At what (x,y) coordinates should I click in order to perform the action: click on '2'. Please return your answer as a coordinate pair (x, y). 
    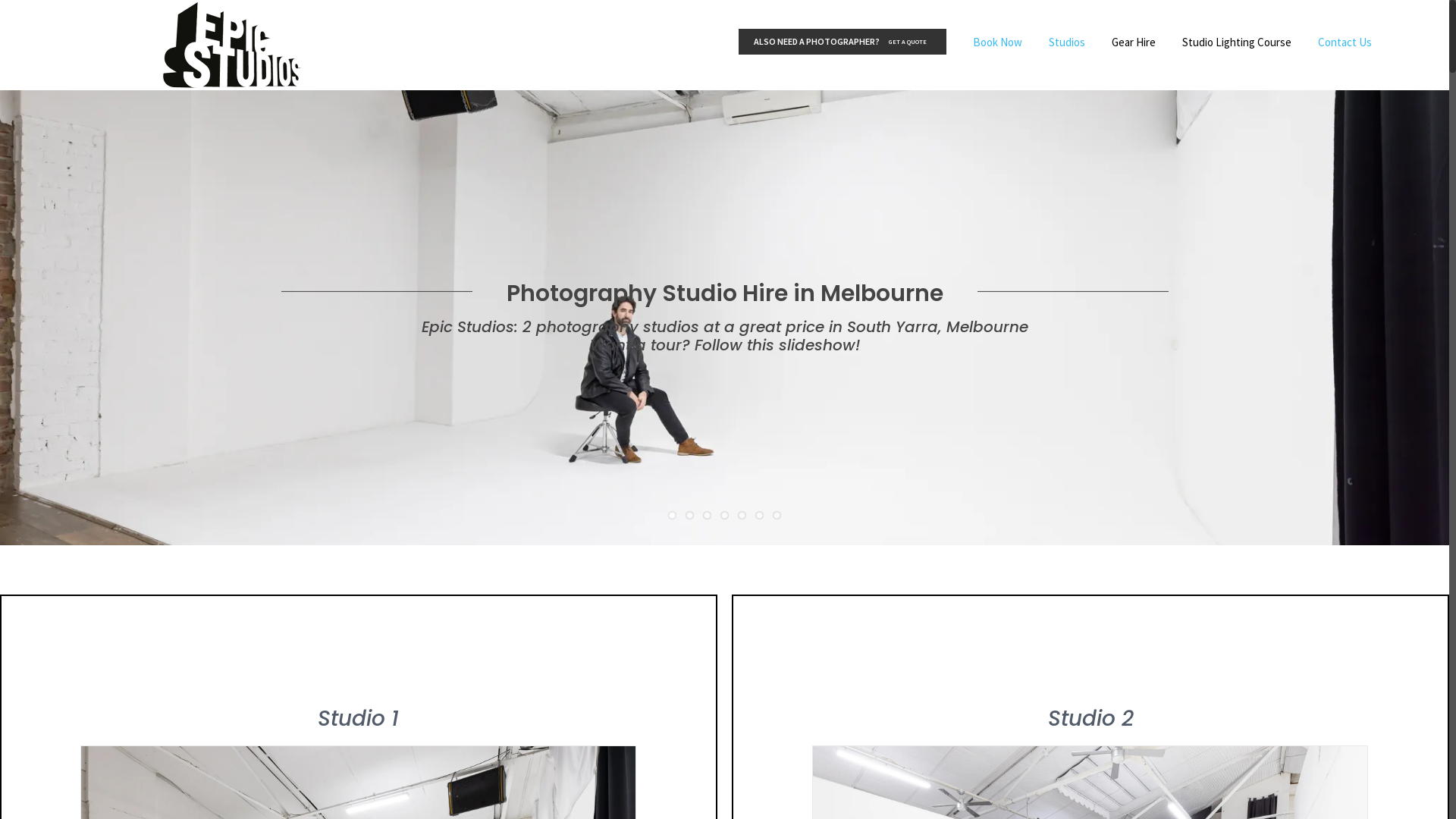
    Looking at the image, I should click on (684, 514).